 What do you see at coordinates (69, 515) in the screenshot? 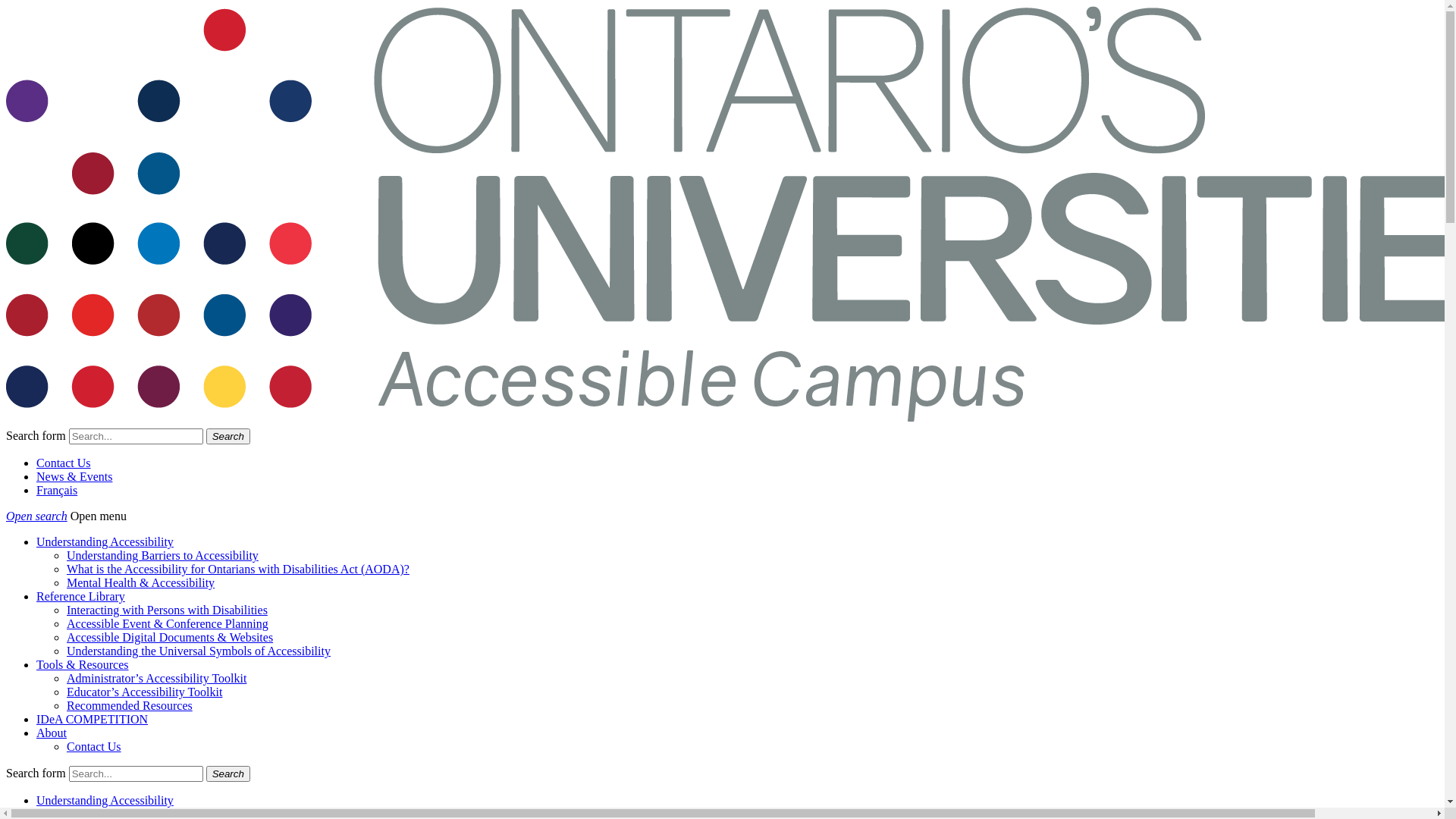
I see `'Open menu'` at bounding box center [69, 515].